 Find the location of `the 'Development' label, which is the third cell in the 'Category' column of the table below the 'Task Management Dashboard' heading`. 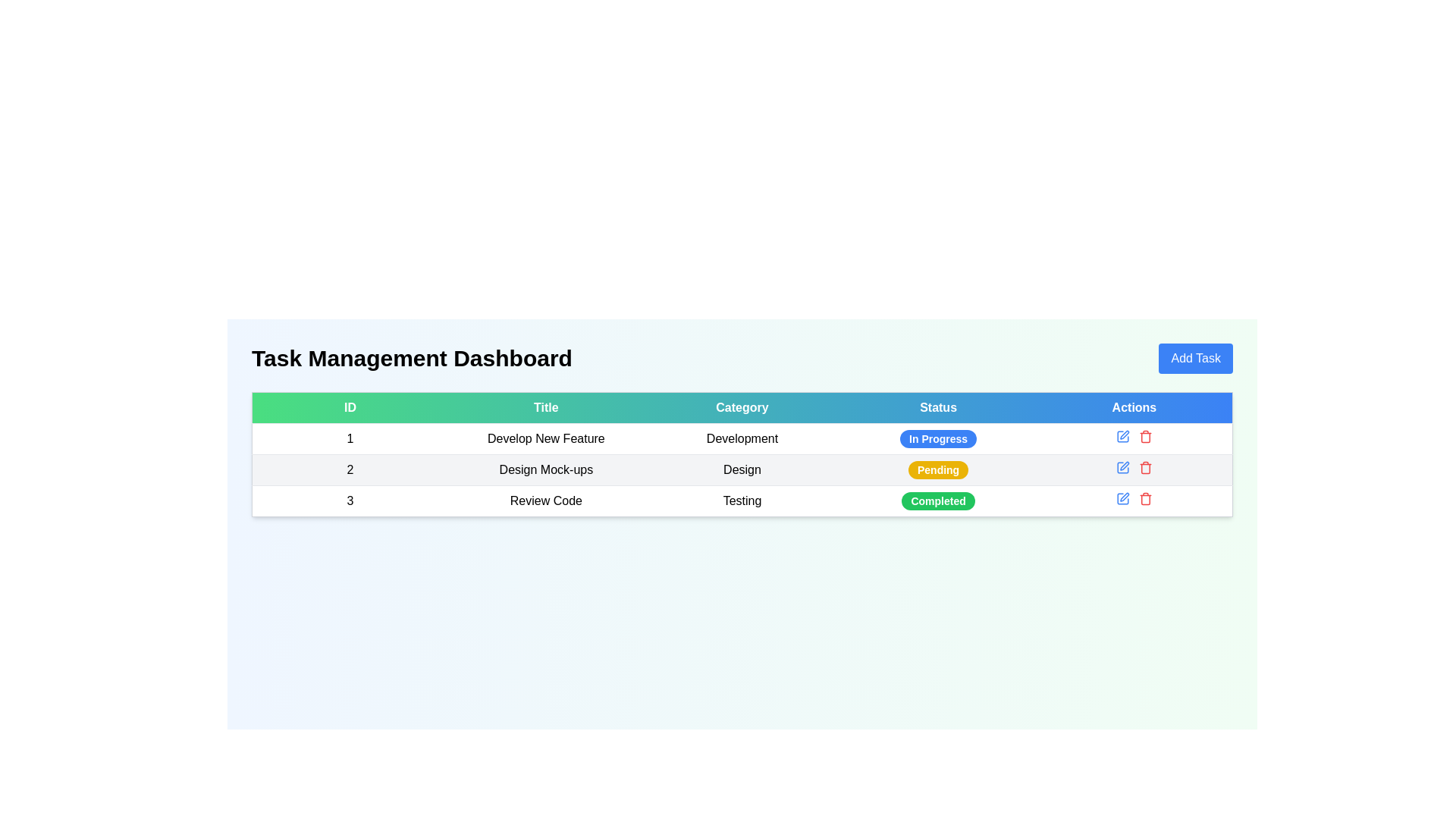

the 'Development' label, which is the third cell in the 'Category' column of the table below the 'Task Management Dashboard' heading is located at coordinates (742, 438).